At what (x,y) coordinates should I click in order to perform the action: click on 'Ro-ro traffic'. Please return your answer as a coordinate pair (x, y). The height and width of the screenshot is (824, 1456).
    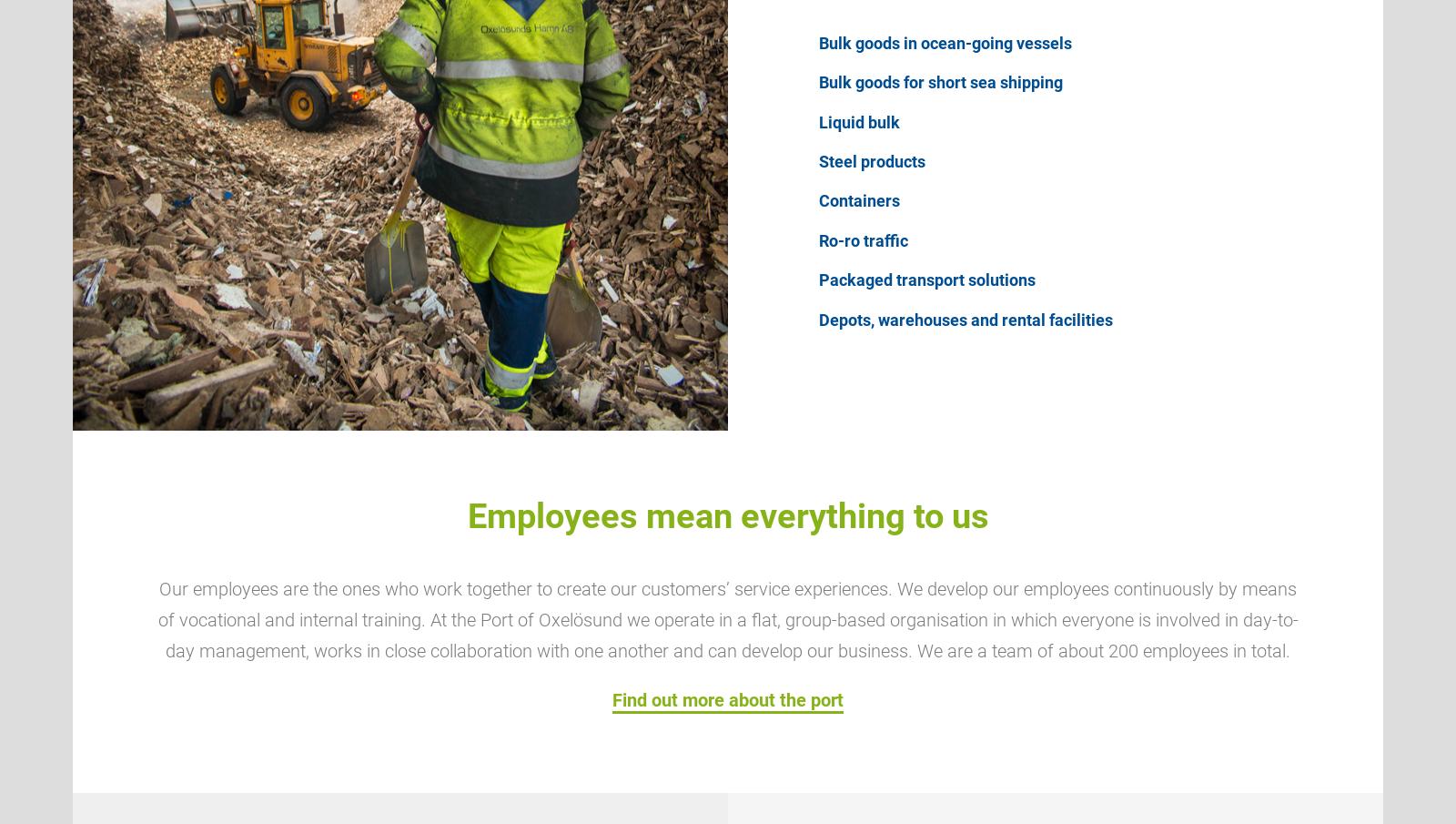
    Looking at the image, I should click on (862, 239).